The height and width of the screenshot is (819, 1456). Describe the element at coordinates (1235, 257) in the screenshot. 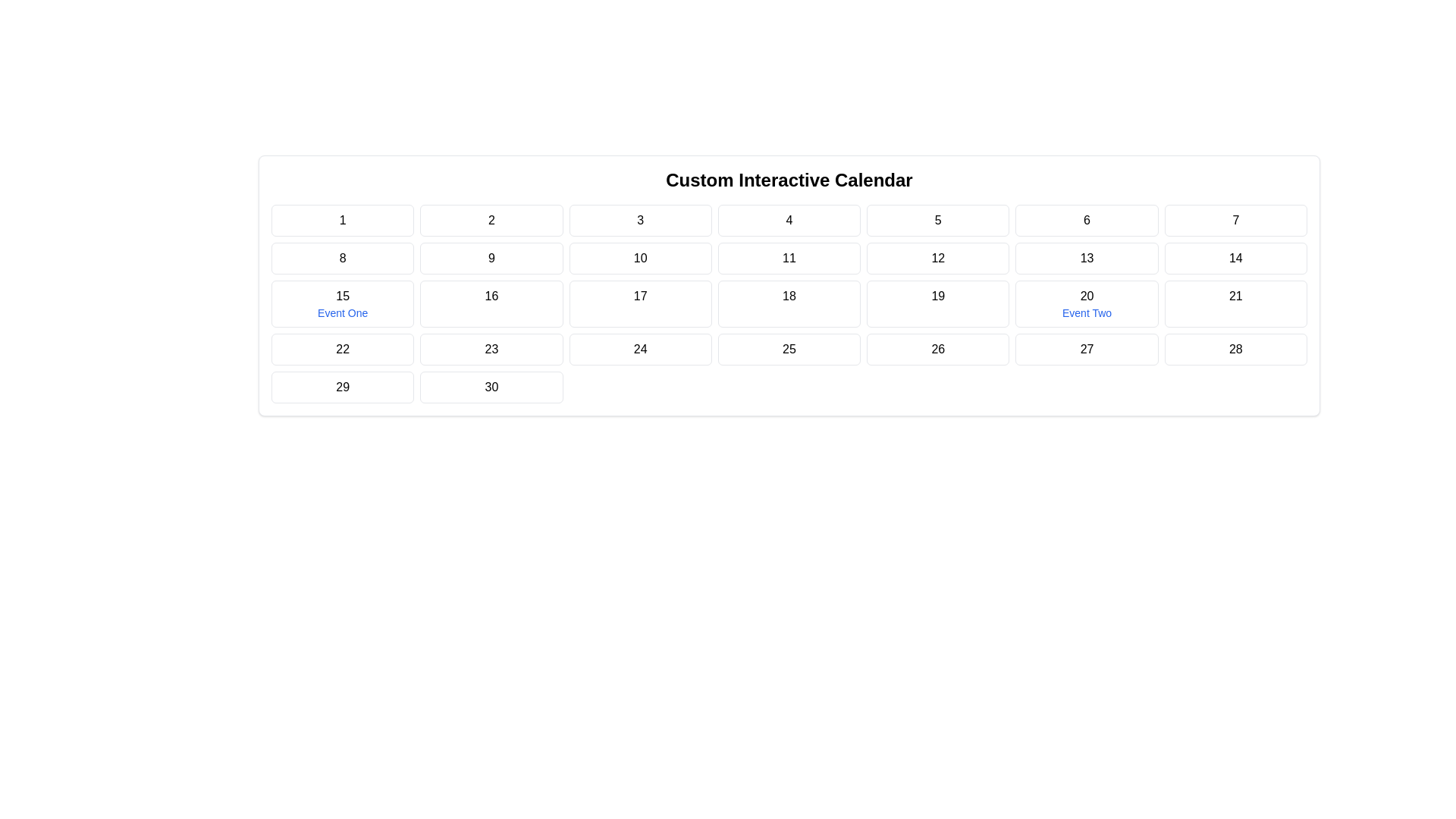

I see `the Text label displaying the number '14' in the second row, seventh column of the calendar grid` at that location.